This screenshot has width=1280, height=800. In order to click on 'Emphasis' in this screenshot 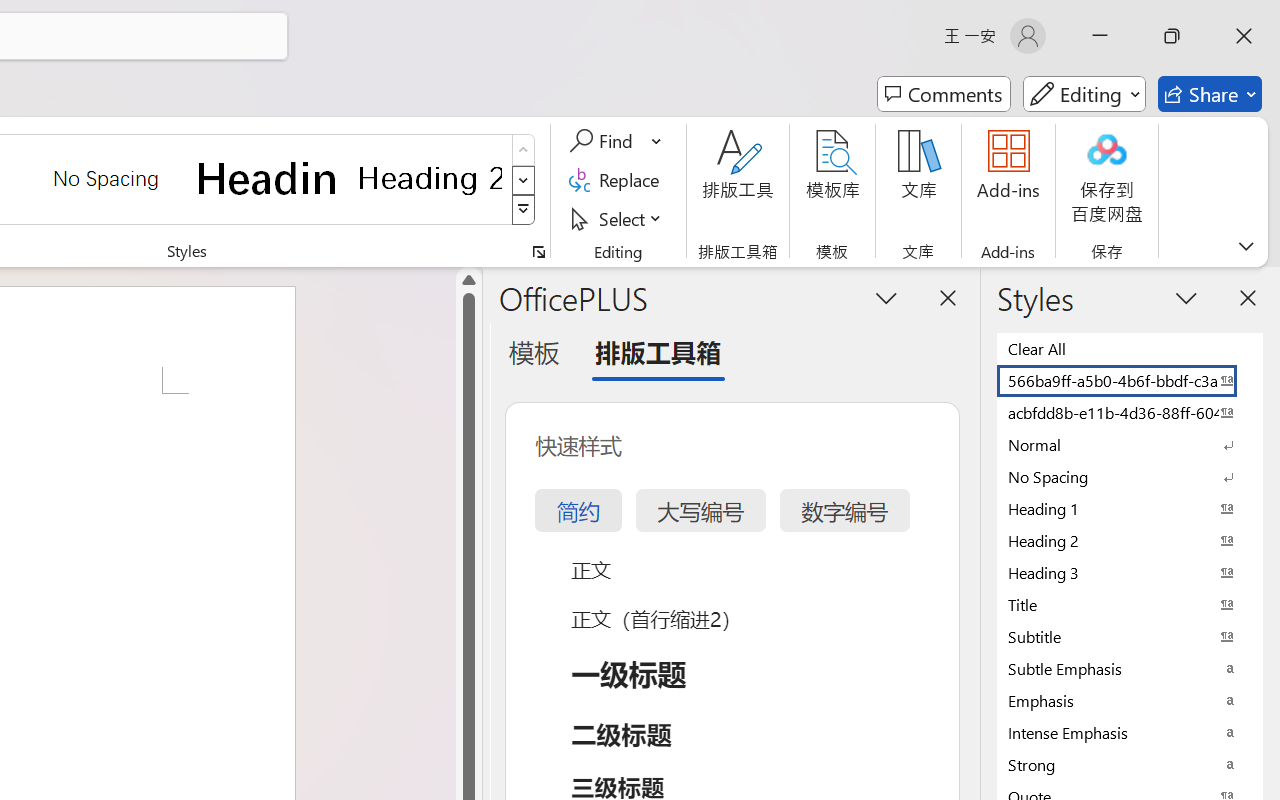, I will do `click(1130, 700)`.